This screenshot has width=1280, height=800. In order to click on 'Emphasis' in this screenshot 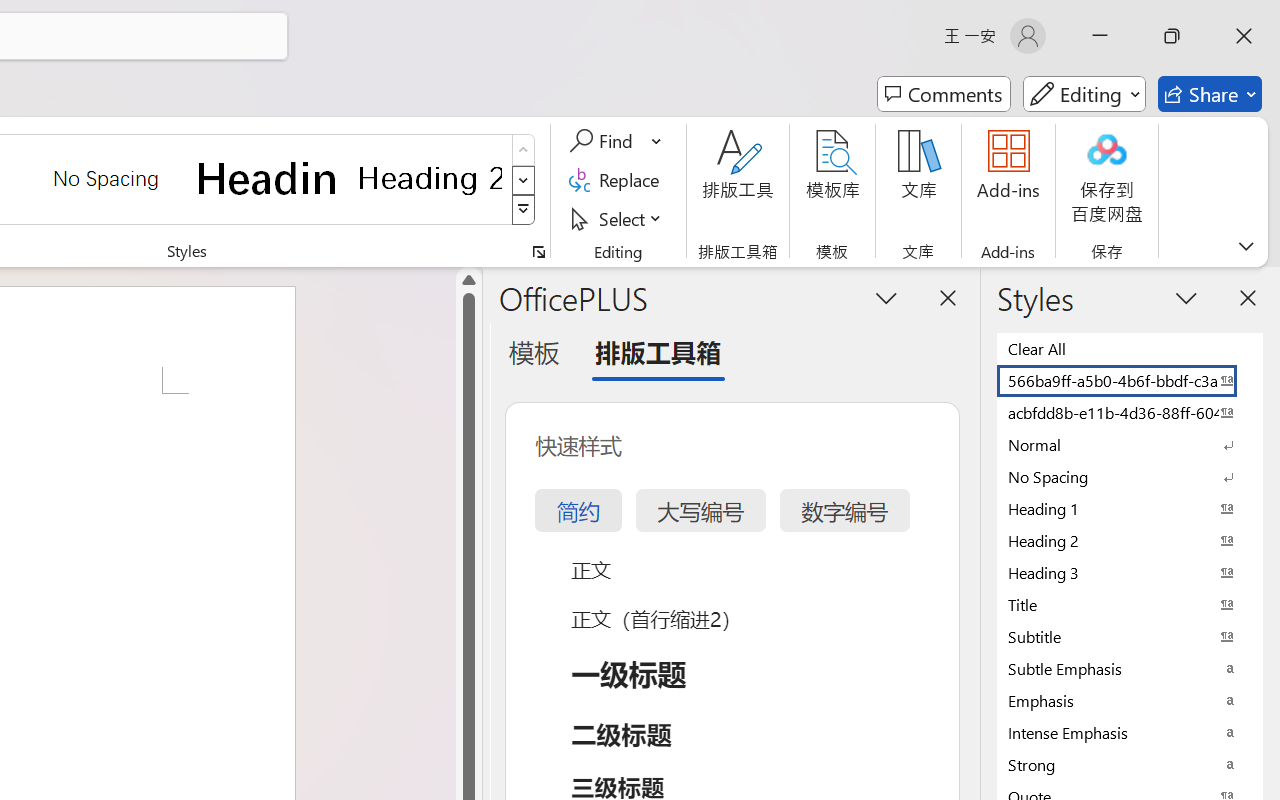, I will do `click(1130, 700)`.